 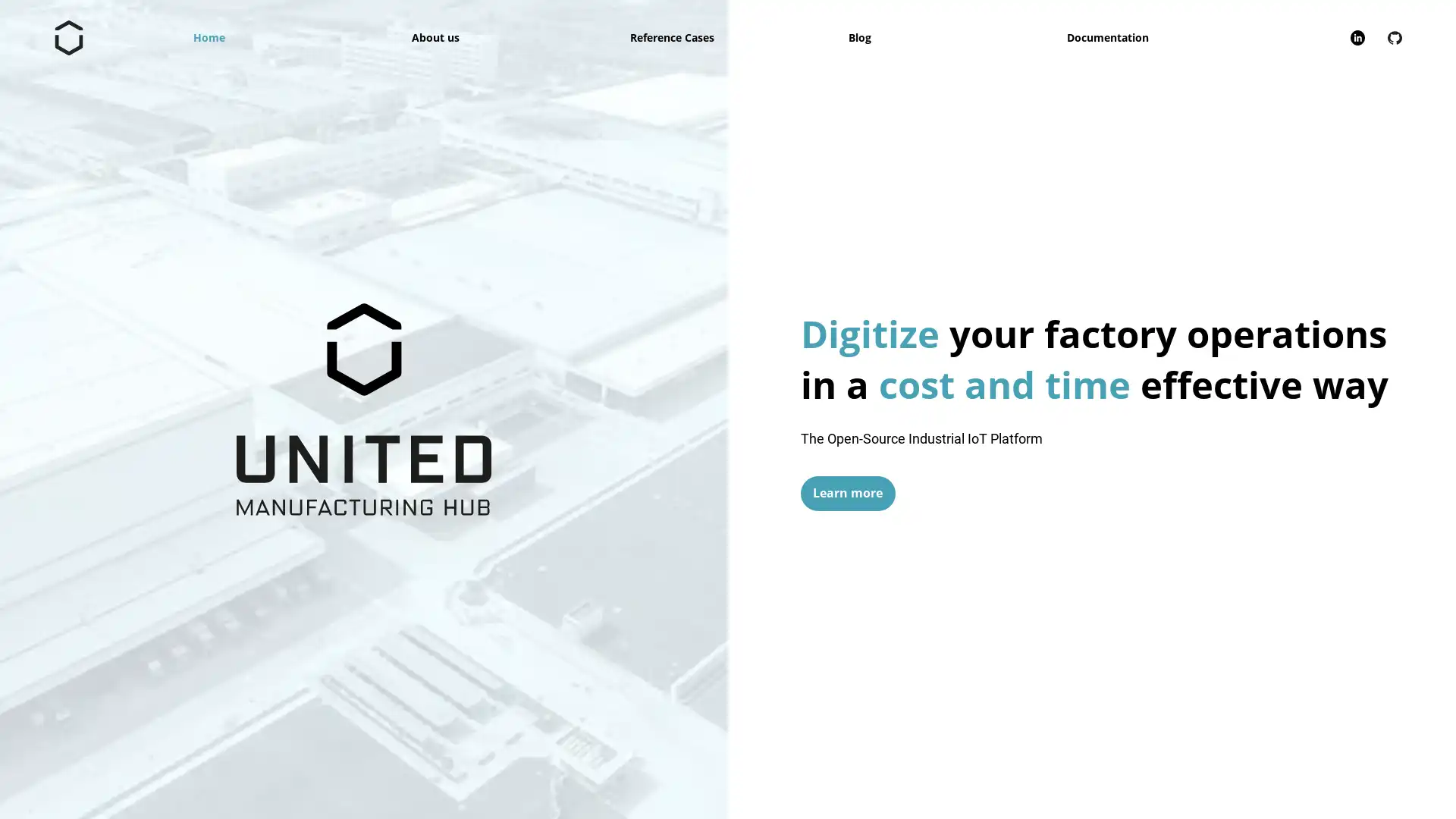 I want to click on Close, so click(x=1437, y=794).